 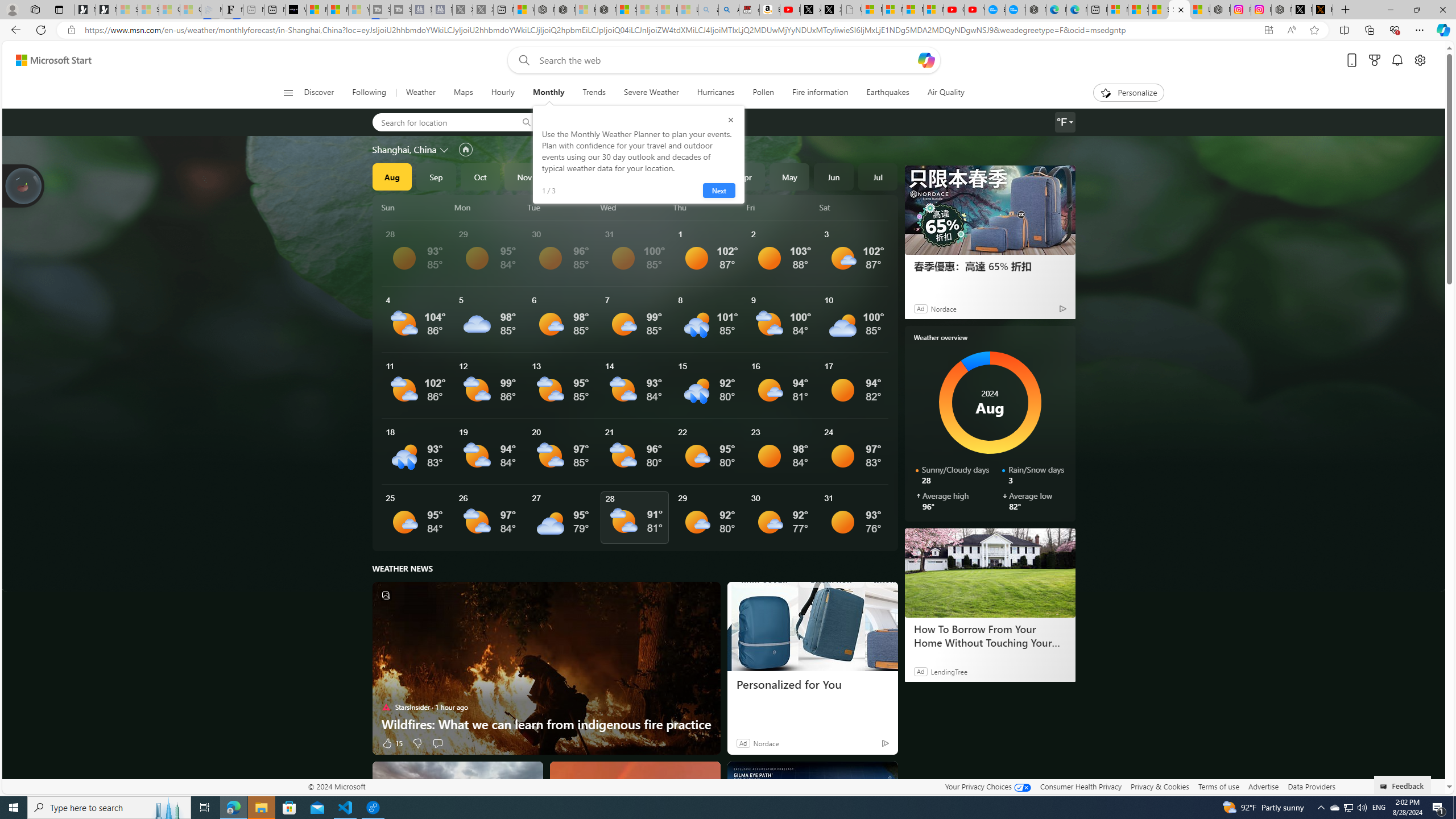 I want to click on 'Open navigation menu', so click(x=287, y=92).